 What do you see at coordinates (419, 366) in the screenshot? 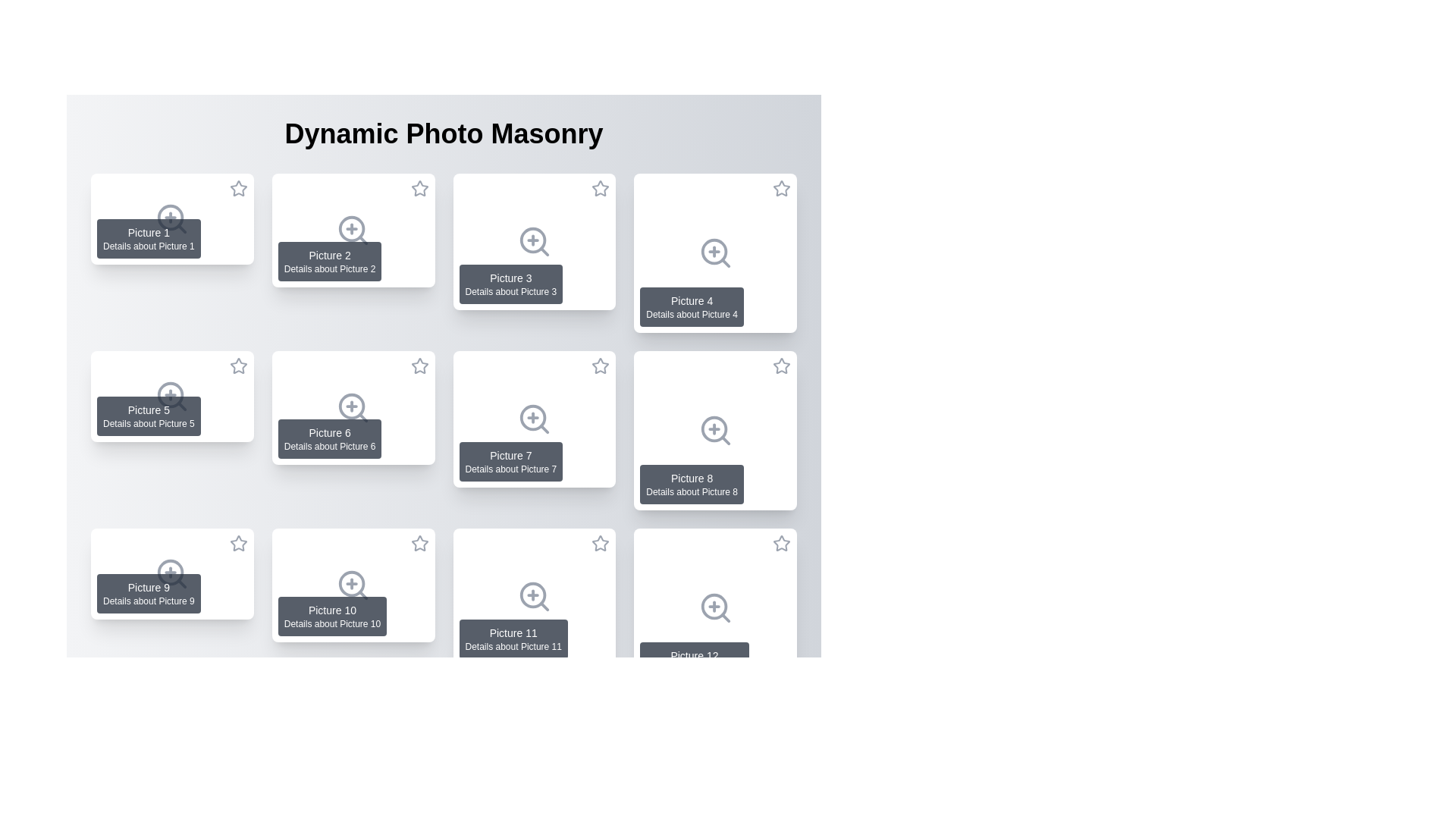
I see `the favorite toggle button located in the top-right corner of the card labeled 'Picture 6'` at bounding box center [419, 366].